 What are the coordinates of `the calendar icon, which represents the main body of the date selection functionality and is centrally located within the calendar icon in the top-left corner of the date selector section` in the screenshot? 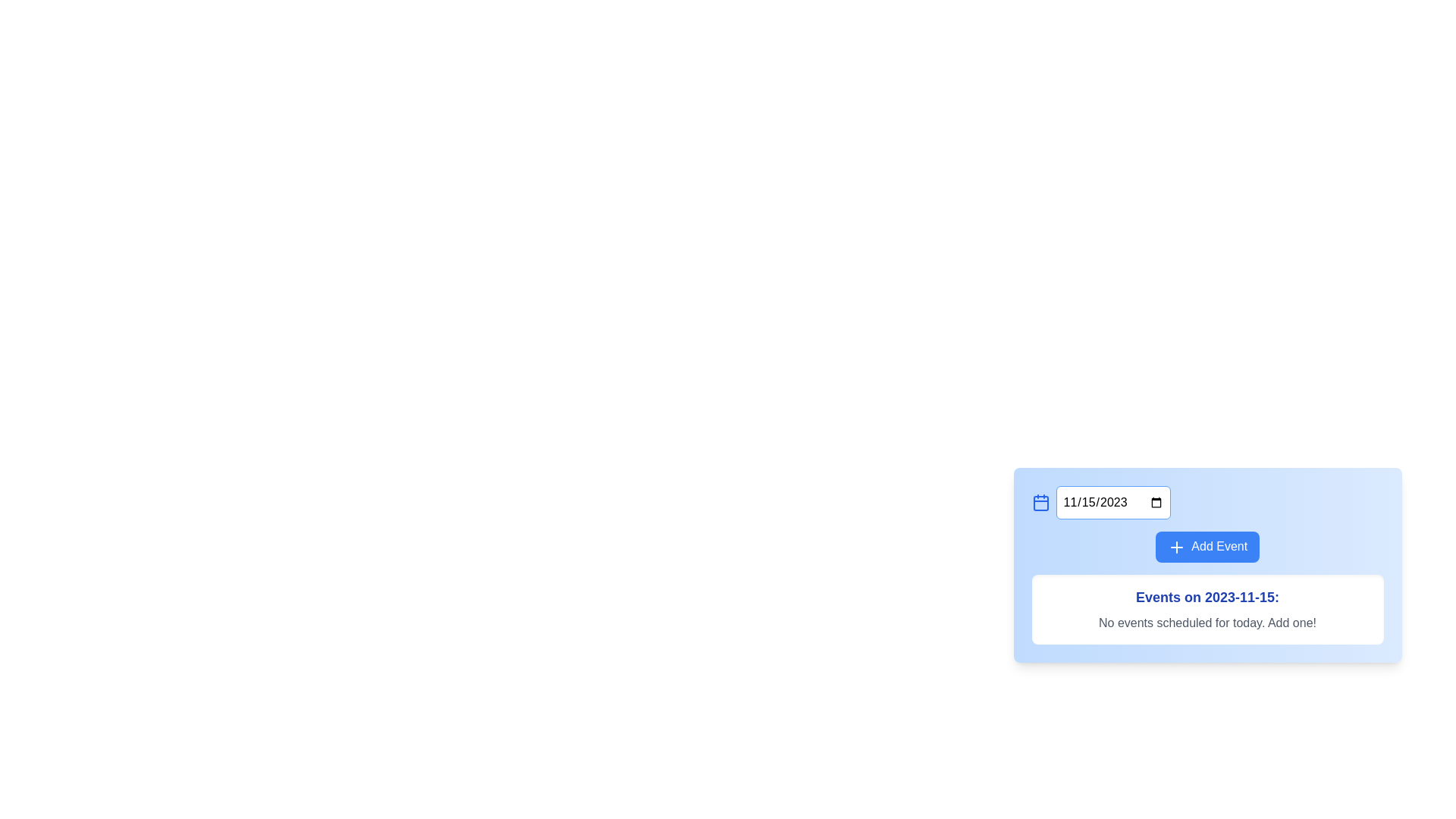 It's located at (1040, 503).